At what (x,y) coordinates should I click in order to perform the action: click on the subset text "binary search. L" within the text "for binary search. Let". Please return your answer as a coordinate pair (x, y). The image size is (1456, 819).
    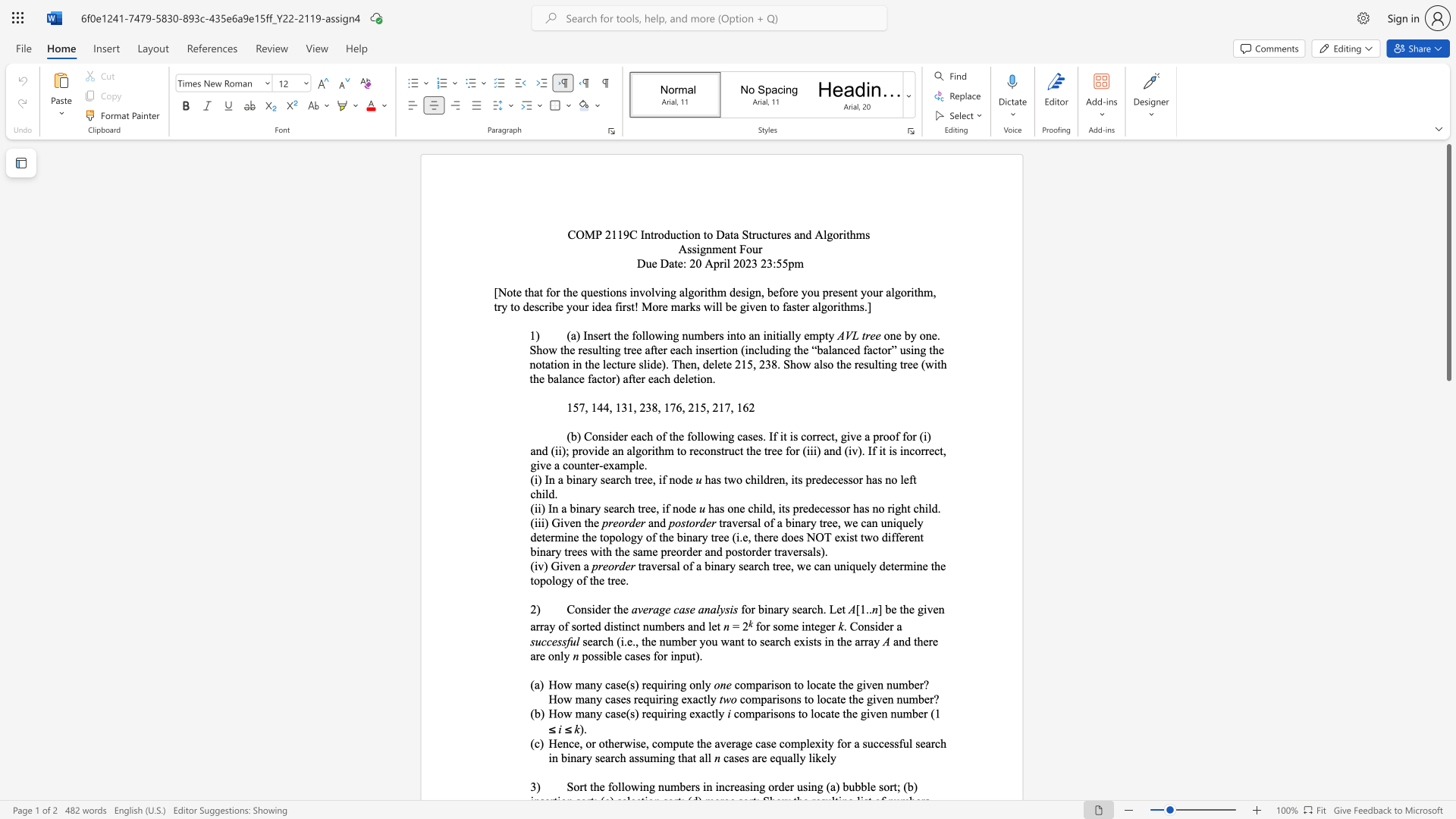
    Looking at the image, I should click on (758, 608).